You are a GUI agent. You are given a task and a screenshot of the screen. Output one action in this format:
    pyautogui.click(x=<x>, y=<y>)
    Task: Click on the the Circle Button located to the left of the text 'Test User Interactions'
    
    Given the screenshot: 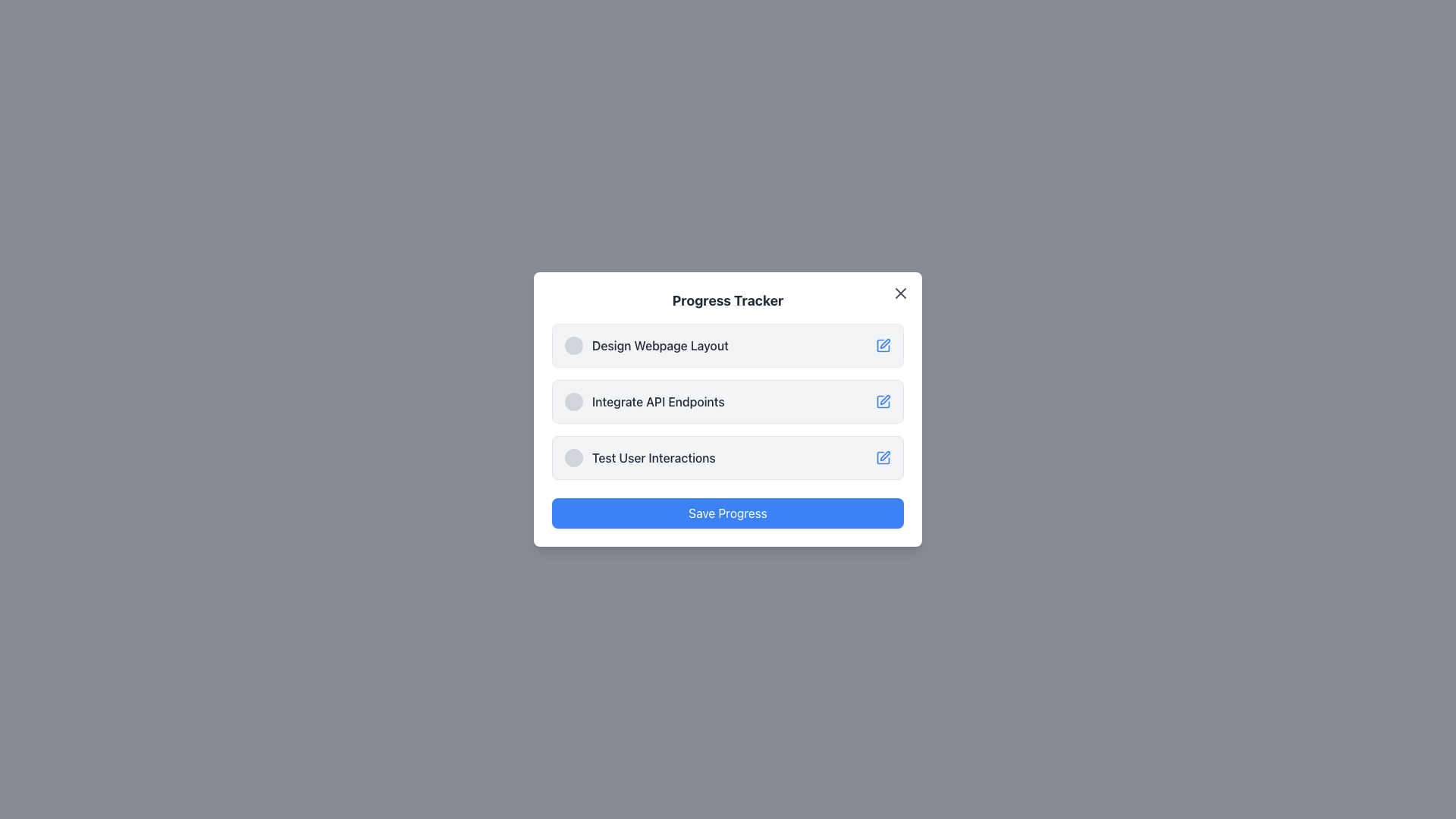 What is the action you would take?
    pyautogui.click(x=573, y=457)
    